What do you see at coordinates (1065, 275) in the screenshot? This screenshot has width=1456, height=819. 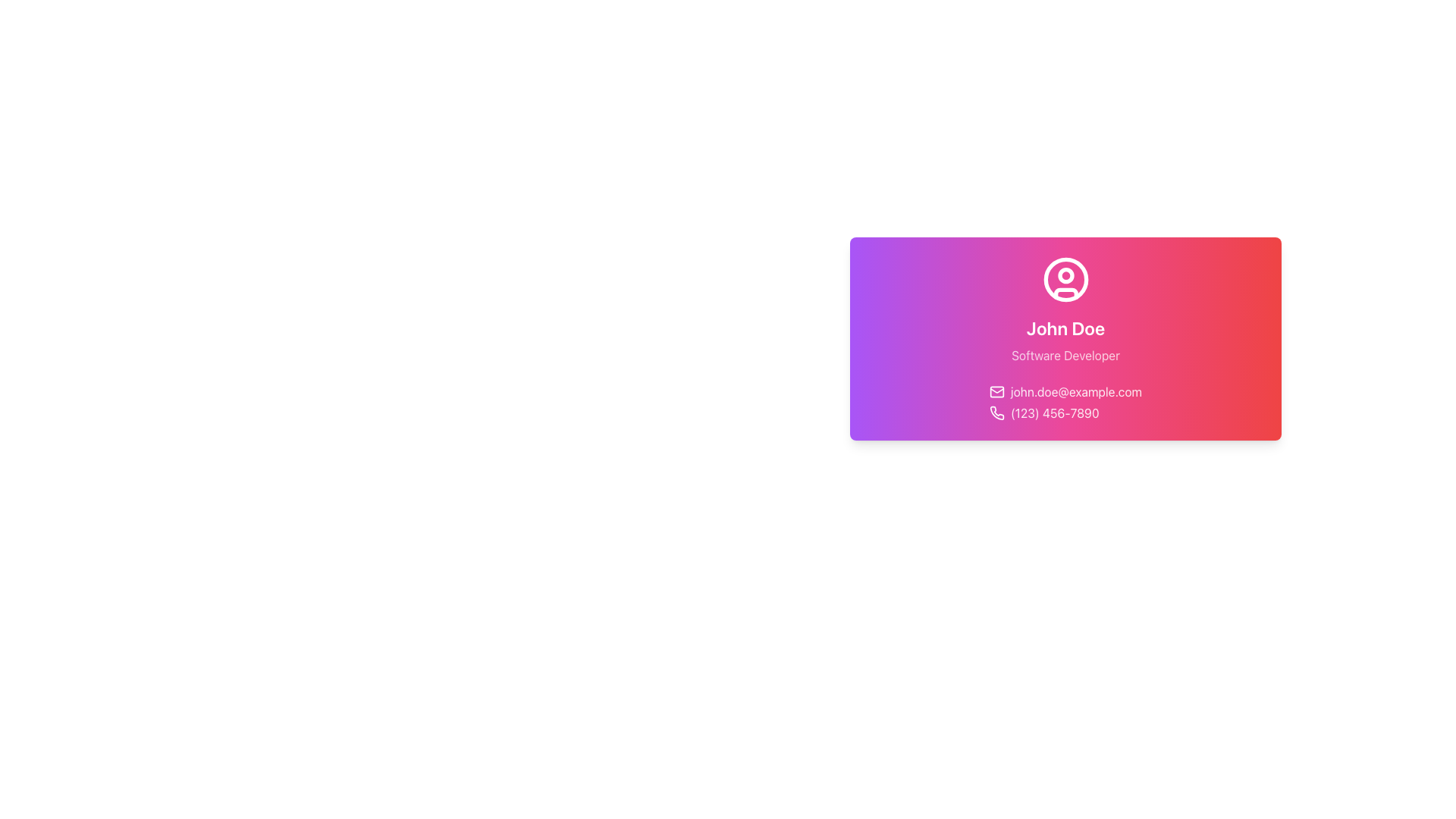 I see `the small circular graphic element located at the top center of the larger circular icon on the card interface` at bounding box center [1065, 275].